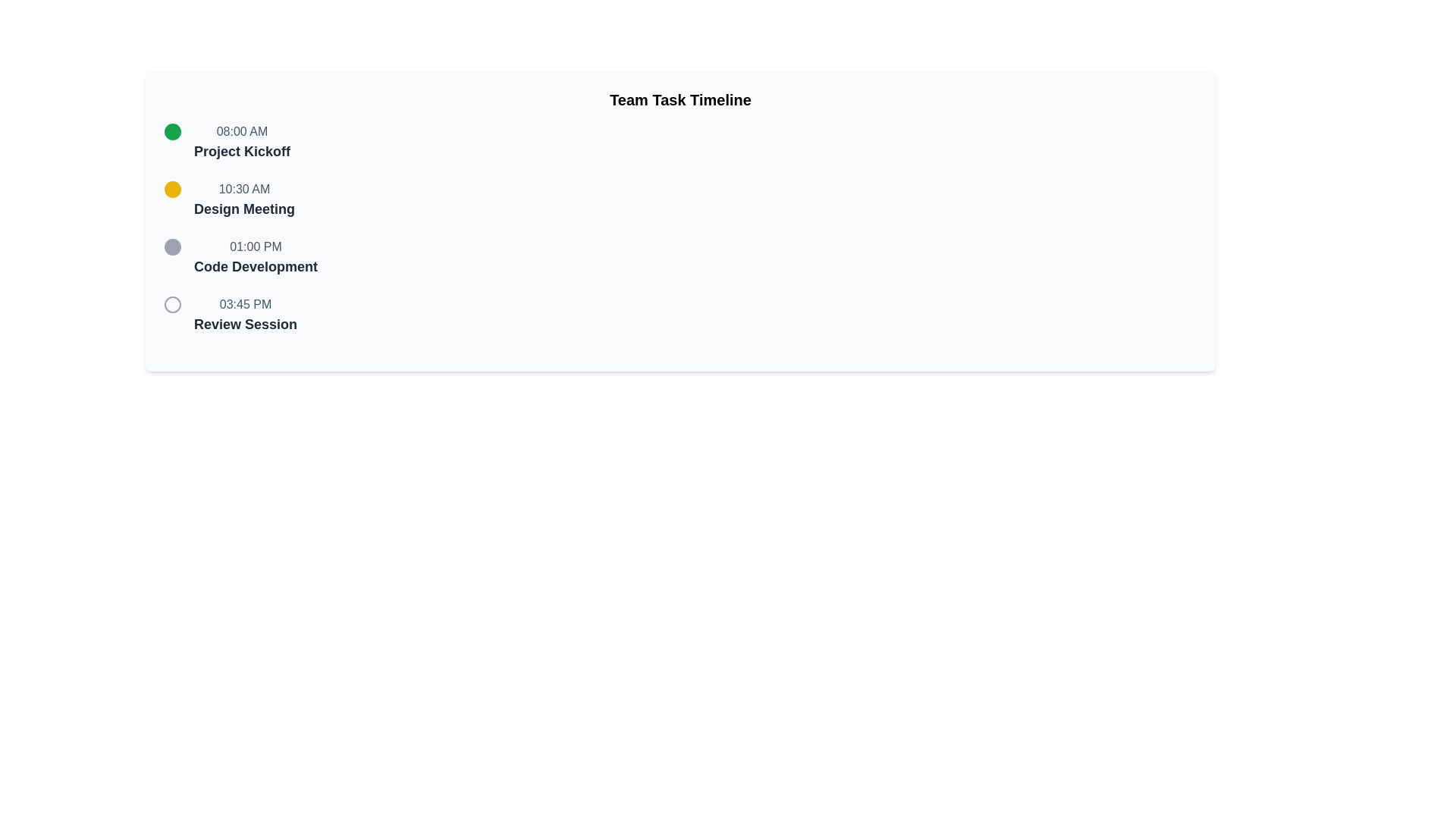  I want to click on the scheduled event text display for the 1:00 PM time slot, which is marked by a gray circle and is the third item in the vertical timeline layout, so click(256, 256).